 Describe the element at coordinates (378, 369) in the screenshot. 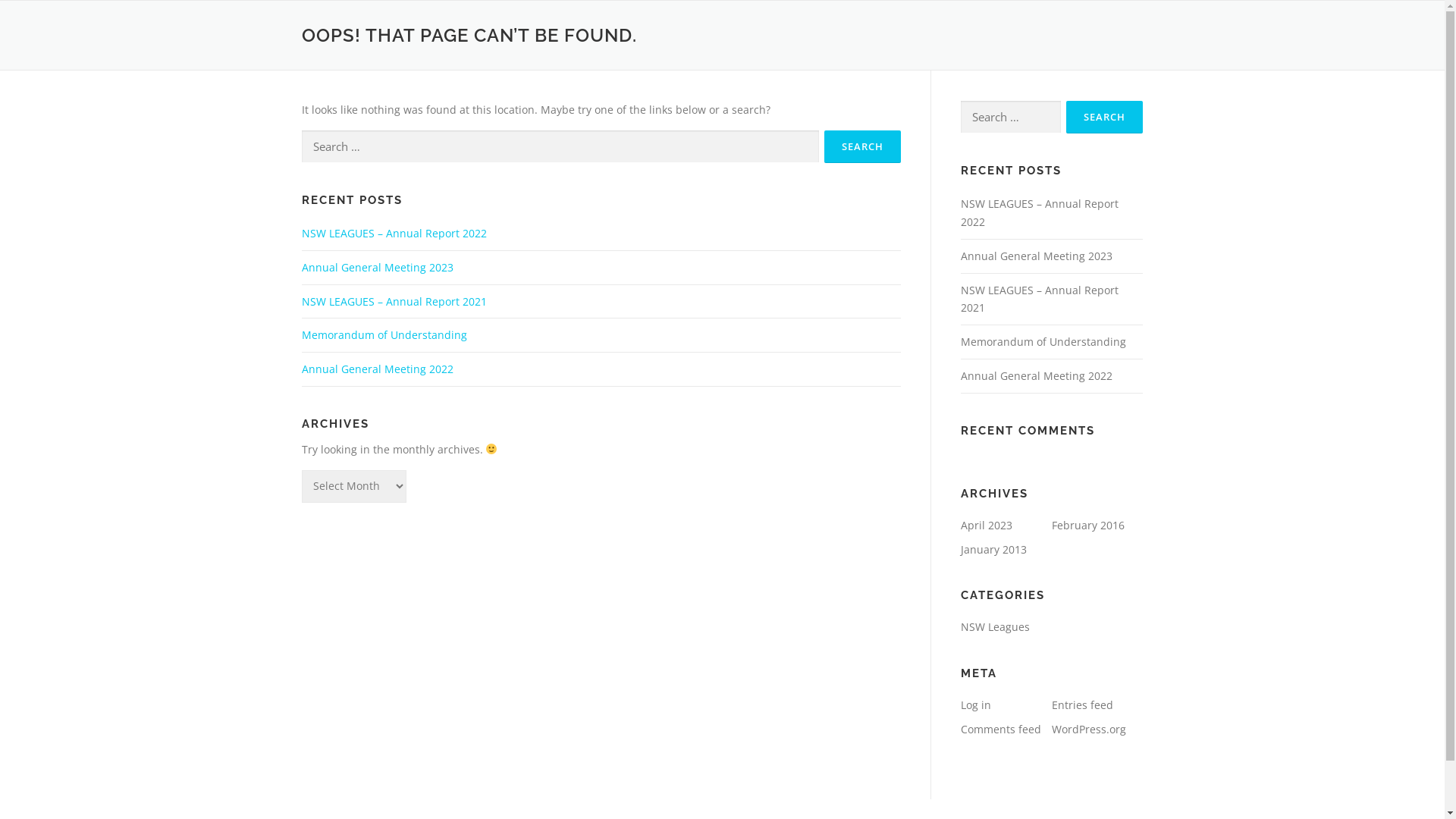

I see `'Annual General Meeting 2022'` at that location.